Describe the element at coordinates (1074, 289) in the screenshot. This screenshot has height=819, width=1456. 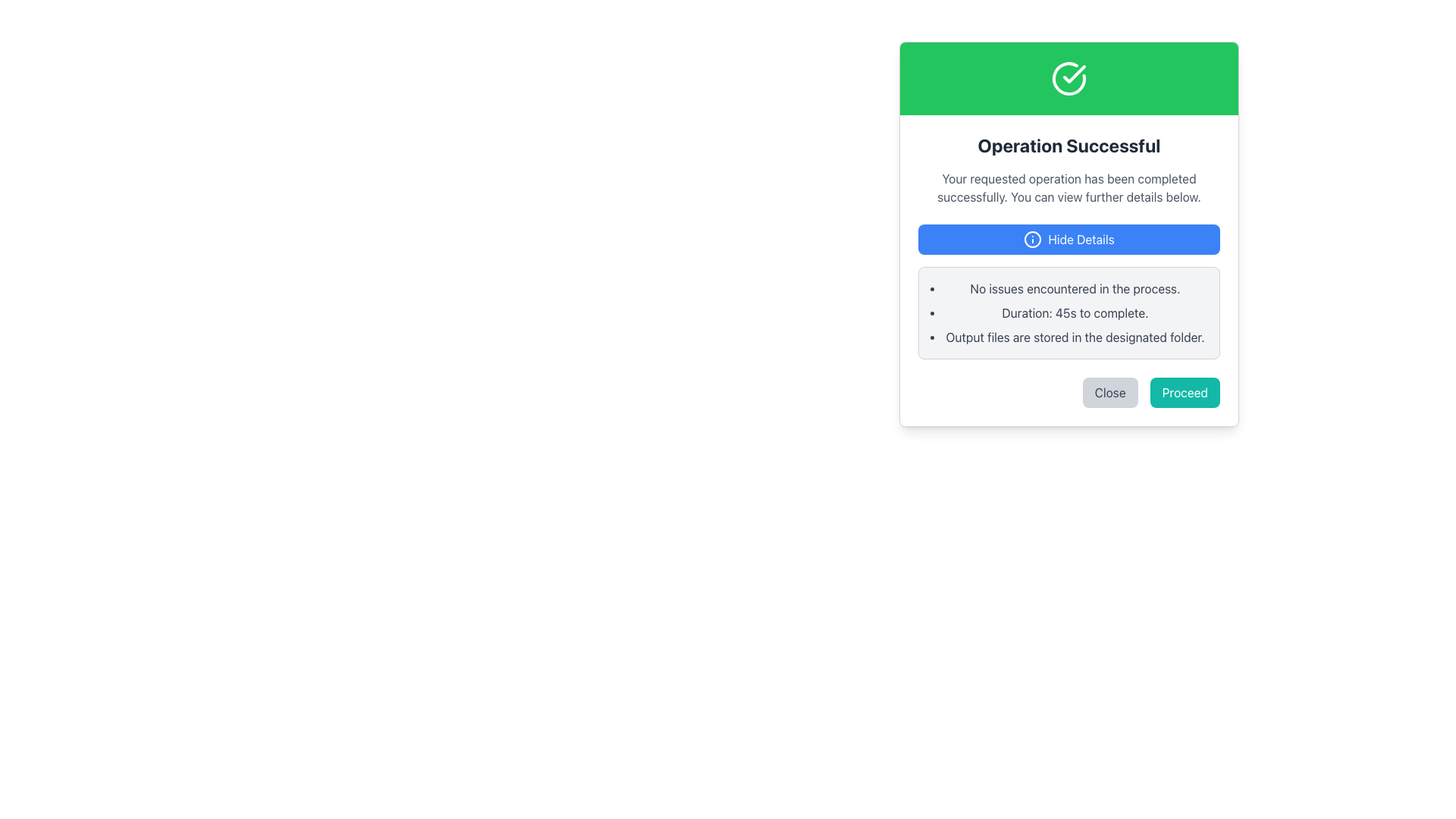
I see `the static text displaying 'No issues encountered in the process.', which is the first item in a bulleted list within a success message dialog box` at that location.